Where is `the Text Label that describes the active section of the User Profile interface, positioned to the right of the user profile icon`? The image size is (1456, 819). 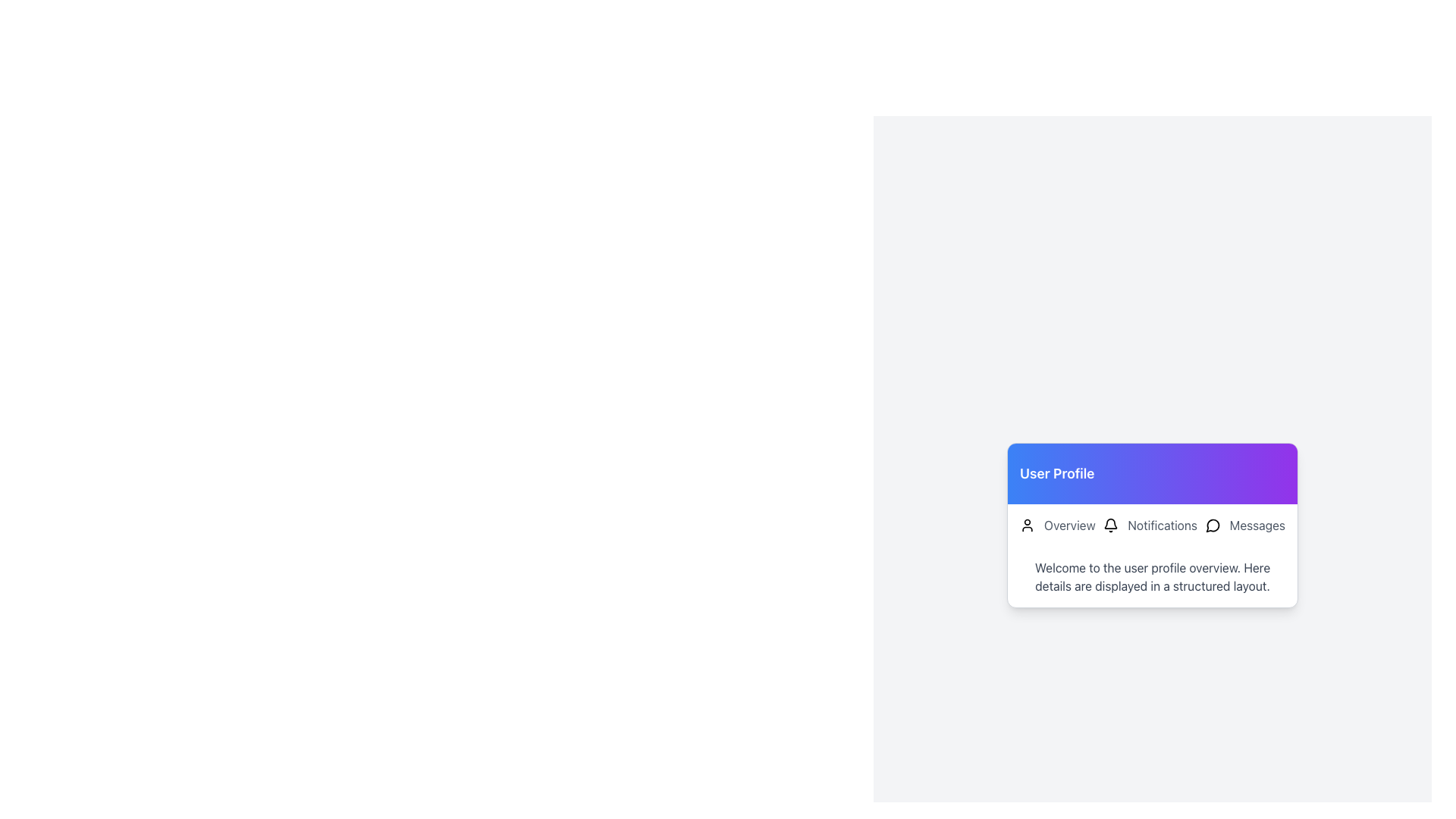 the Text Label that describes the active section of the User Profile interface, positioned to the right of the user profile icon is located at coordinates (1068, 525).